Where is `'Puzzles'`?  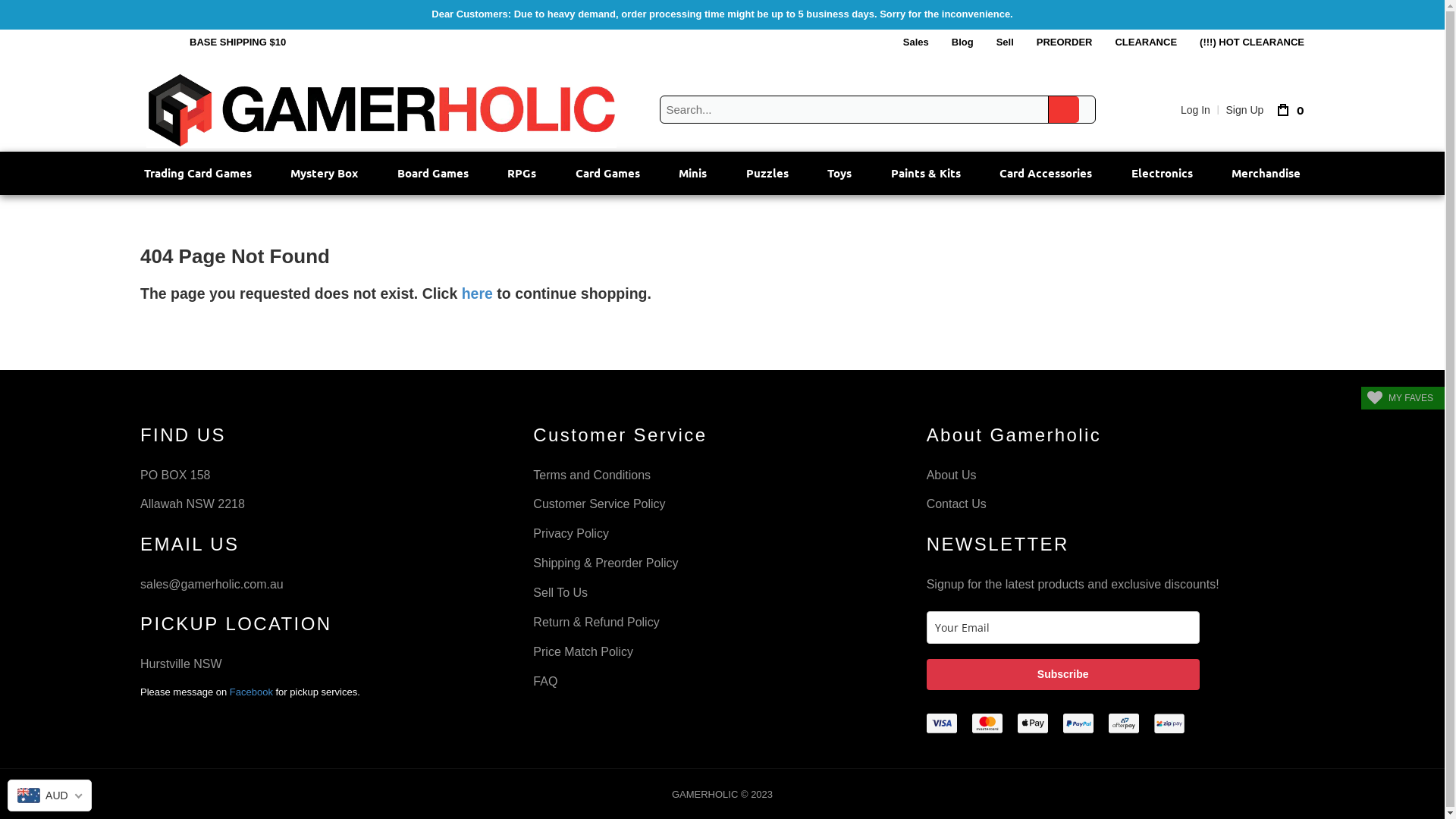 'Puzzles' is located at coordinates (767, 172).